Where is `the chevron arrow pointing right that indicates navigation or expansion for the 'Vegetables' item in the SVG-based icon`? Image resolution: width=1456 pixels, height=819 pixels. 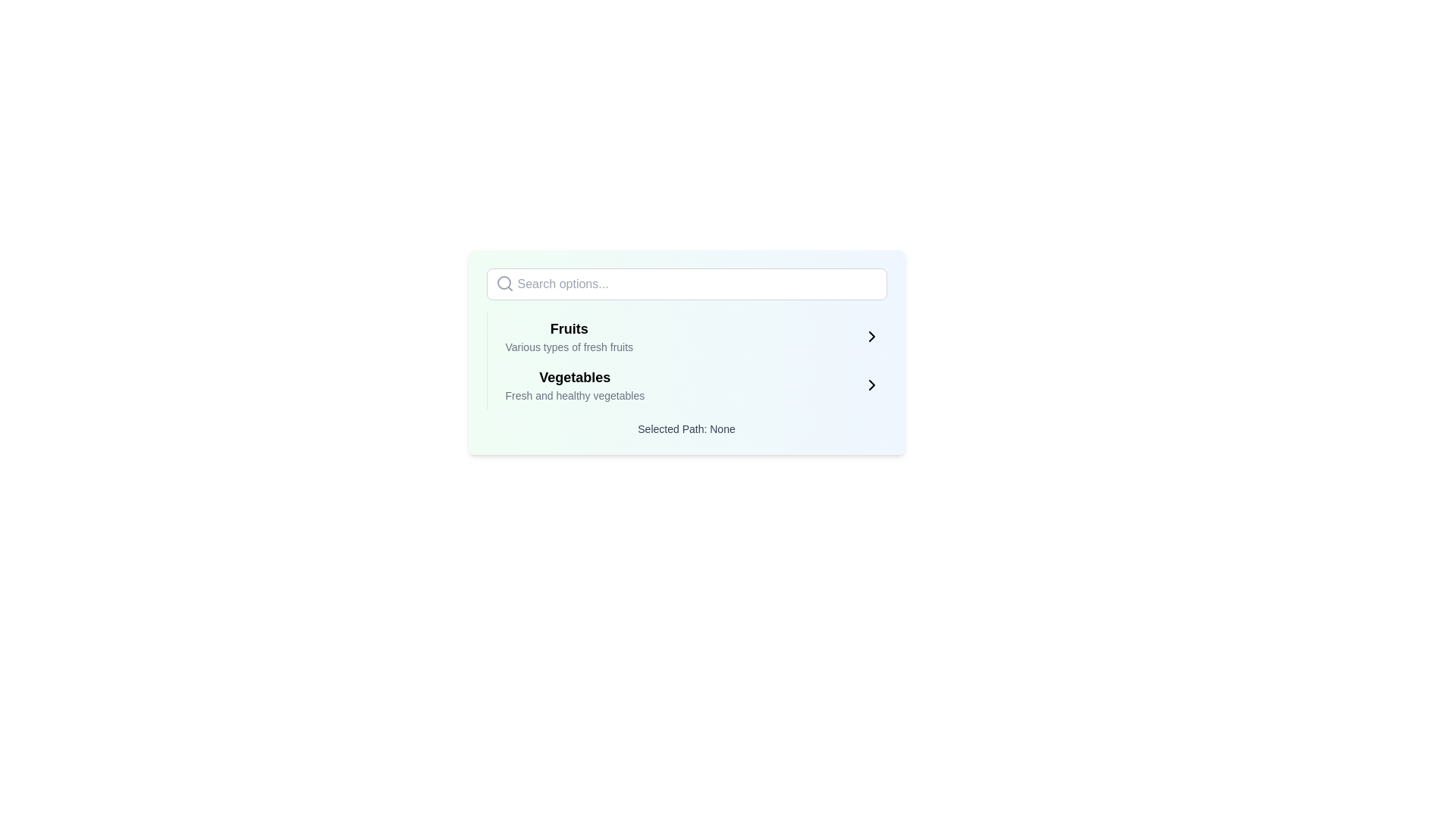
the chevron arrow pointing right that indicates navigation or expansion for the 'Vegetables' item in the SVG-based icon is located at coordinates (871, 384).